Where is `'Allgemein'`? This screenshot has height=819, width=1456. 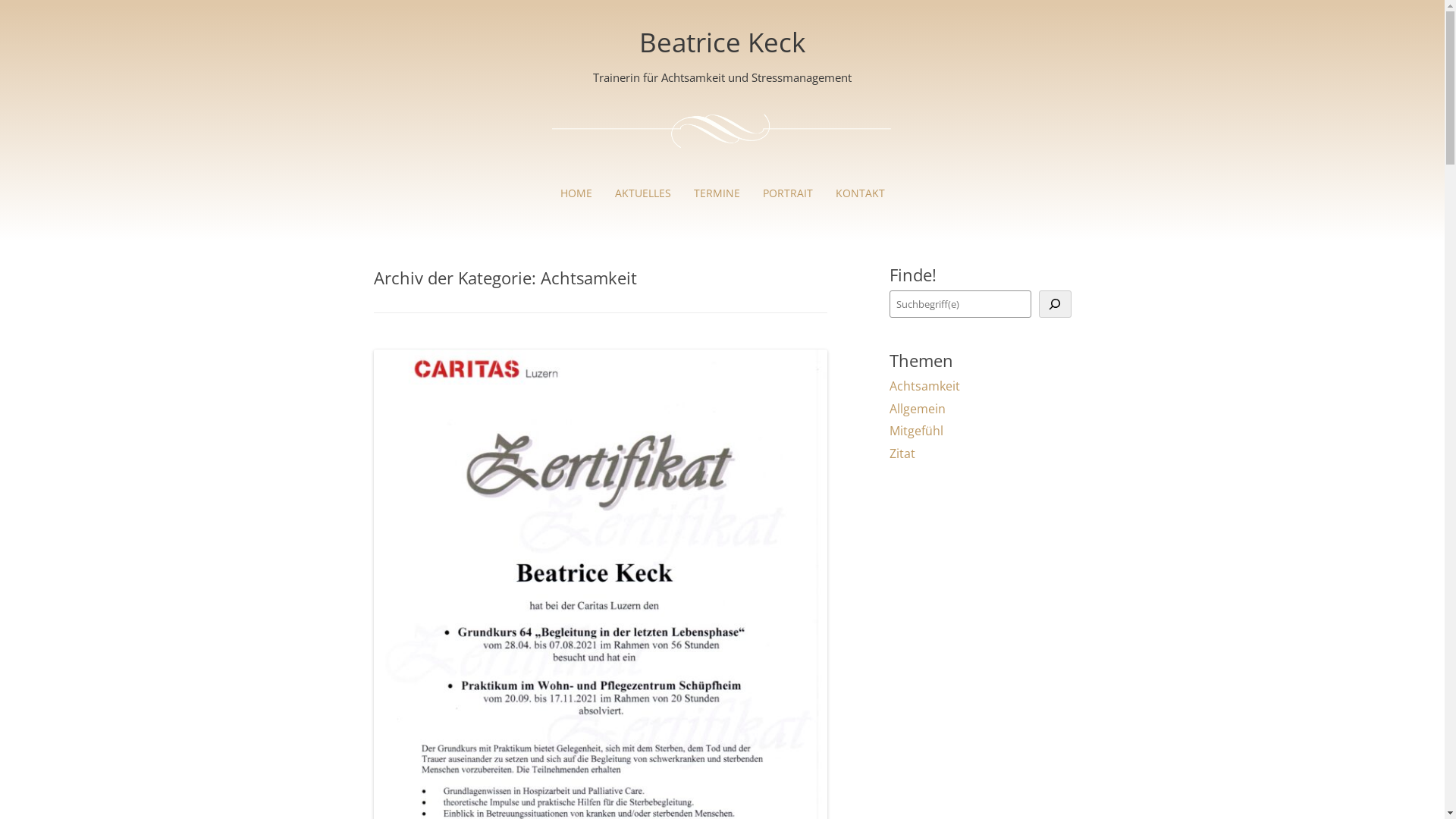 'Allgemein' is located at coordinates (916, 408).